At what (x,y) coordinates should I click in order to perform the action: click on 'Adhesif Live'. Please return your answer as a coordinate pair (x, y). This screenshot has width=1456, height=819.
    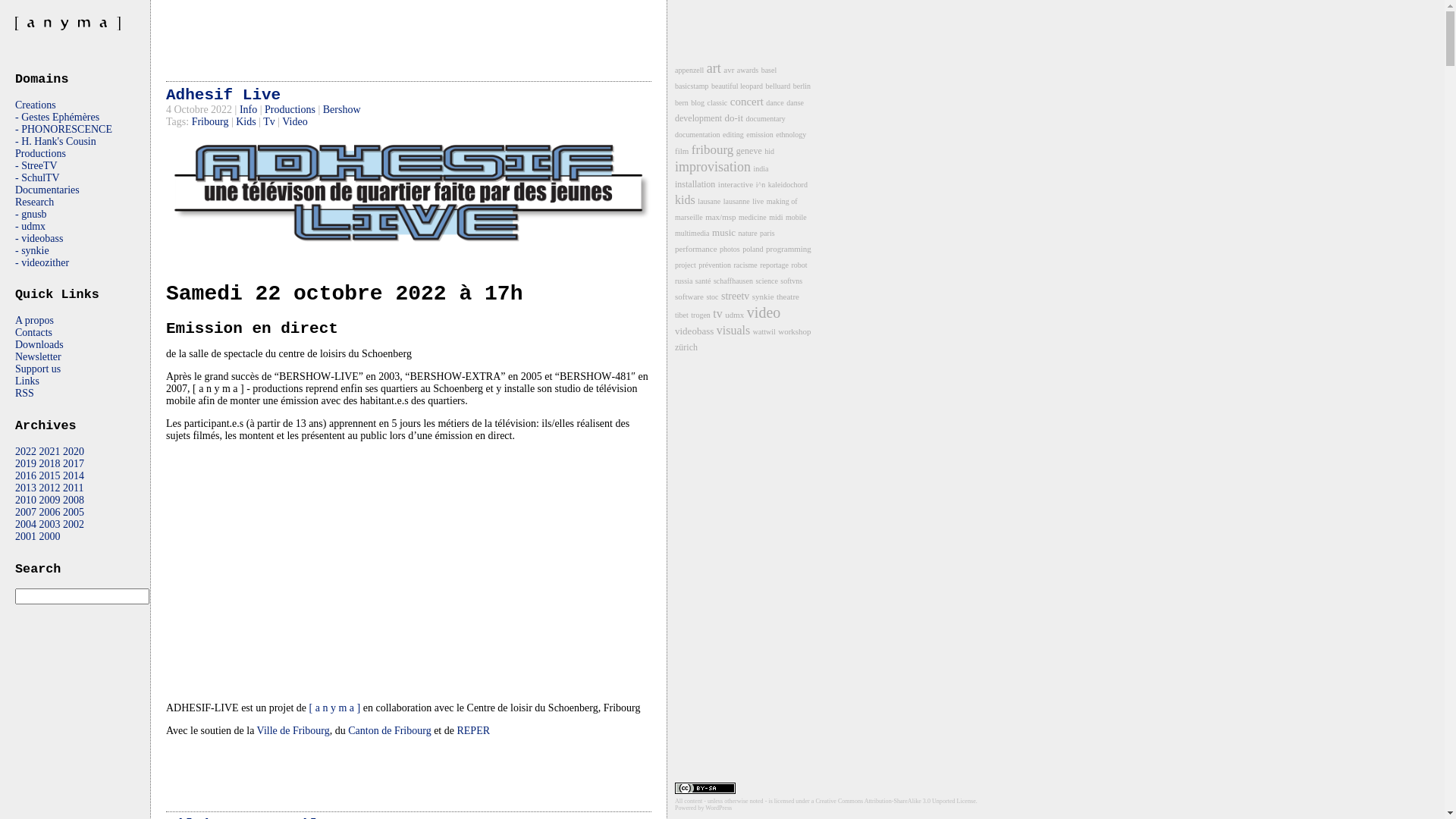
    Looking at the image, I should click on (222, 95).